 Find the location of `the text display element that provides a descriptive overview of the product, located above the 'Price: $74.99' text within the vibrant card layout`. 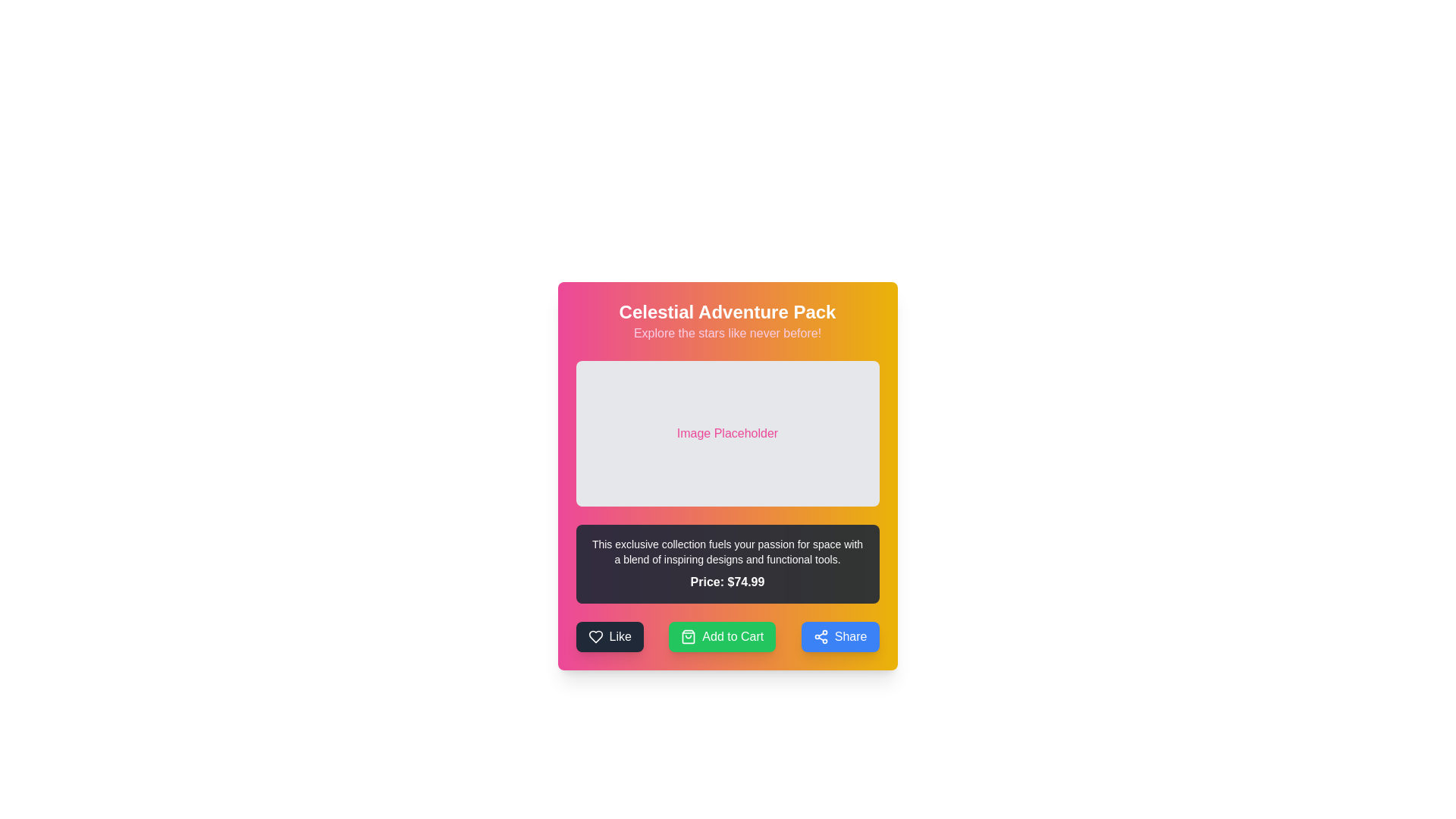

the text display element that provides a descriptive overview of the product, located above the 'Price: $74.99' text within the vibrant card layout is located at coordinates (726, 552).